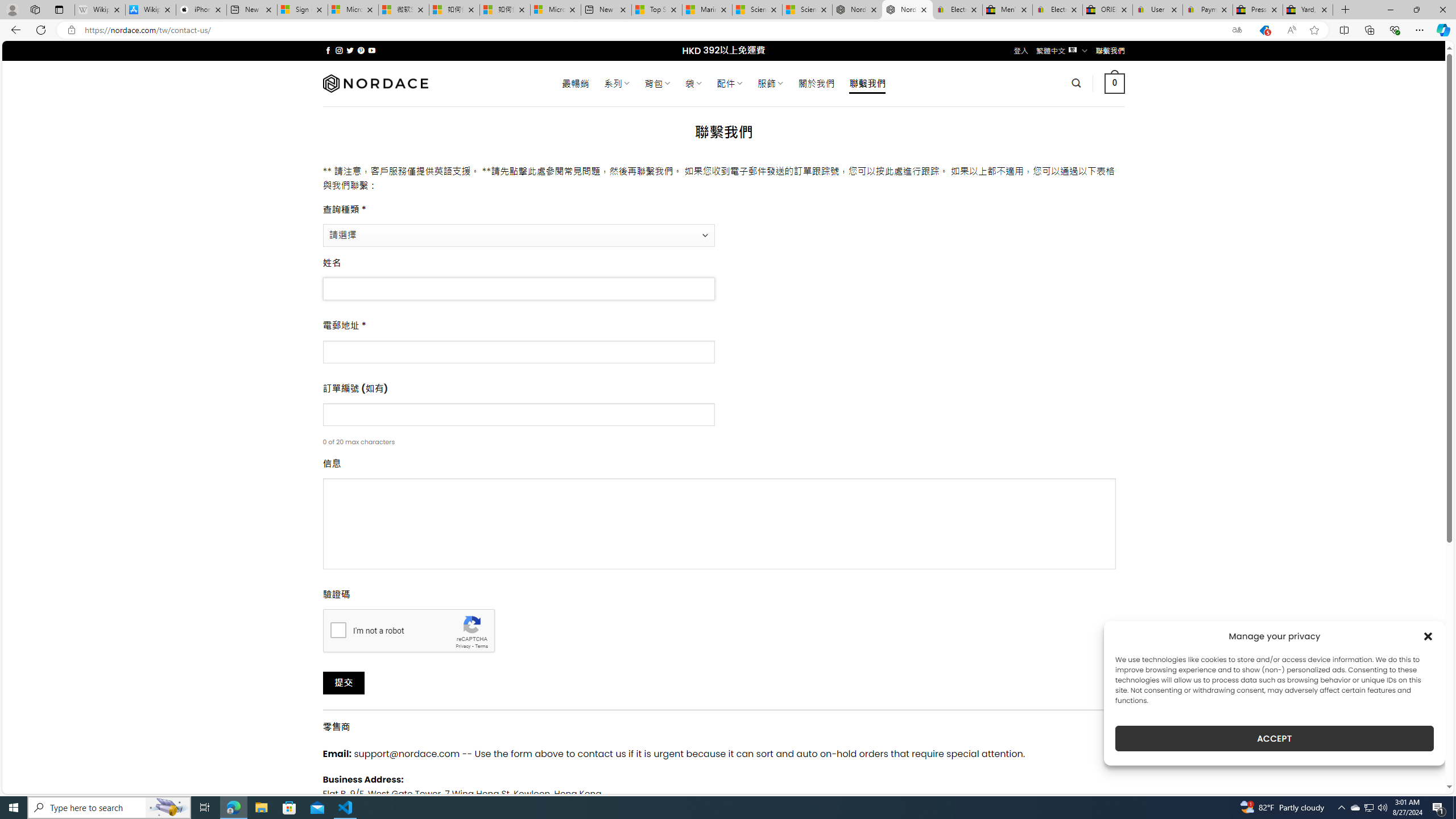  I want to click on 'Electronics, Cars, Fashion, Collectibles & More | eBay', so click(1057, 9).